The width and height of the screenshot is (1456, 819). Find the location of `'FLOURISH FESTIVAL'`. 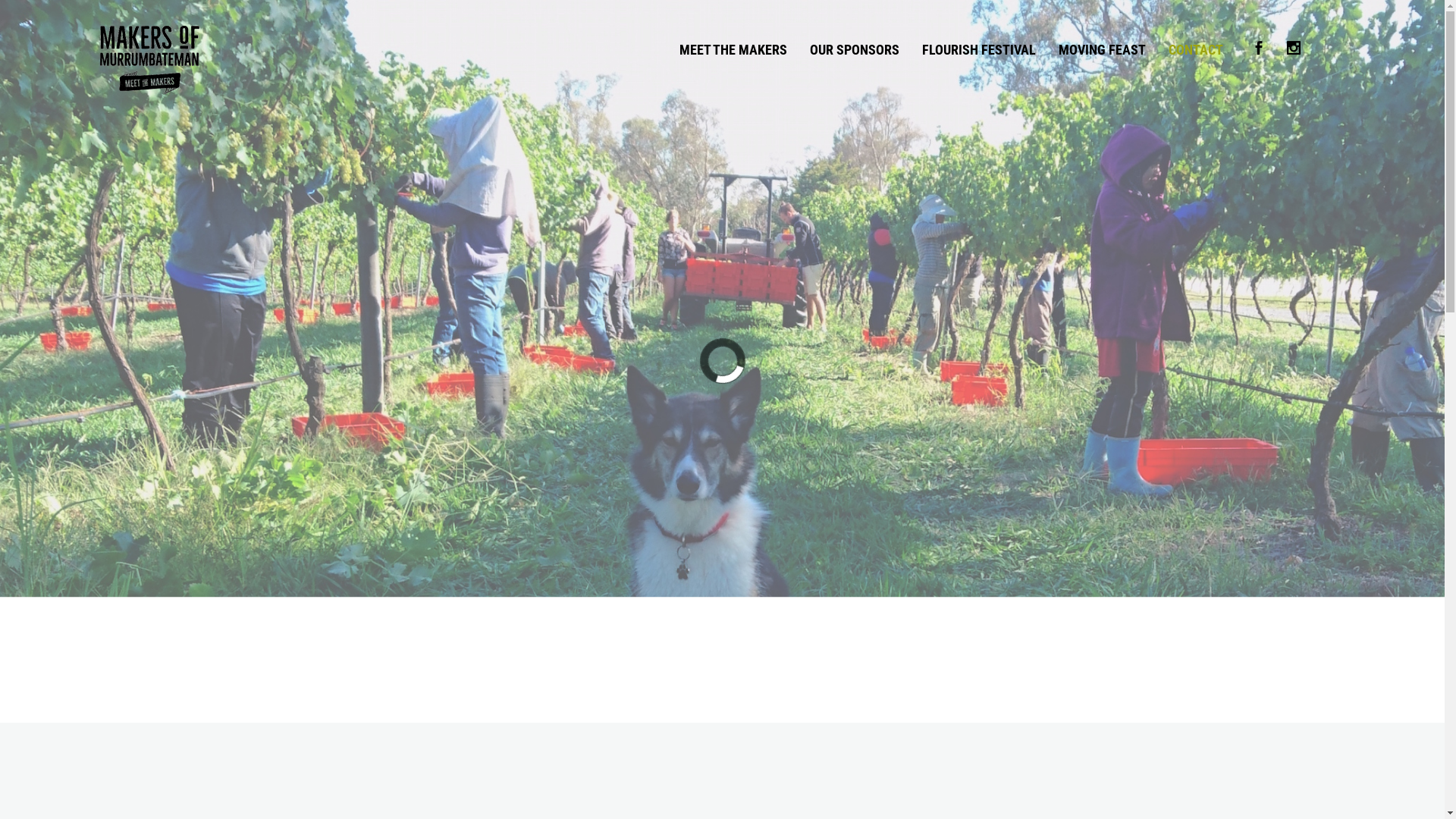

'FLOURISH FESTIVAL' is located at coordinates (979, 49).